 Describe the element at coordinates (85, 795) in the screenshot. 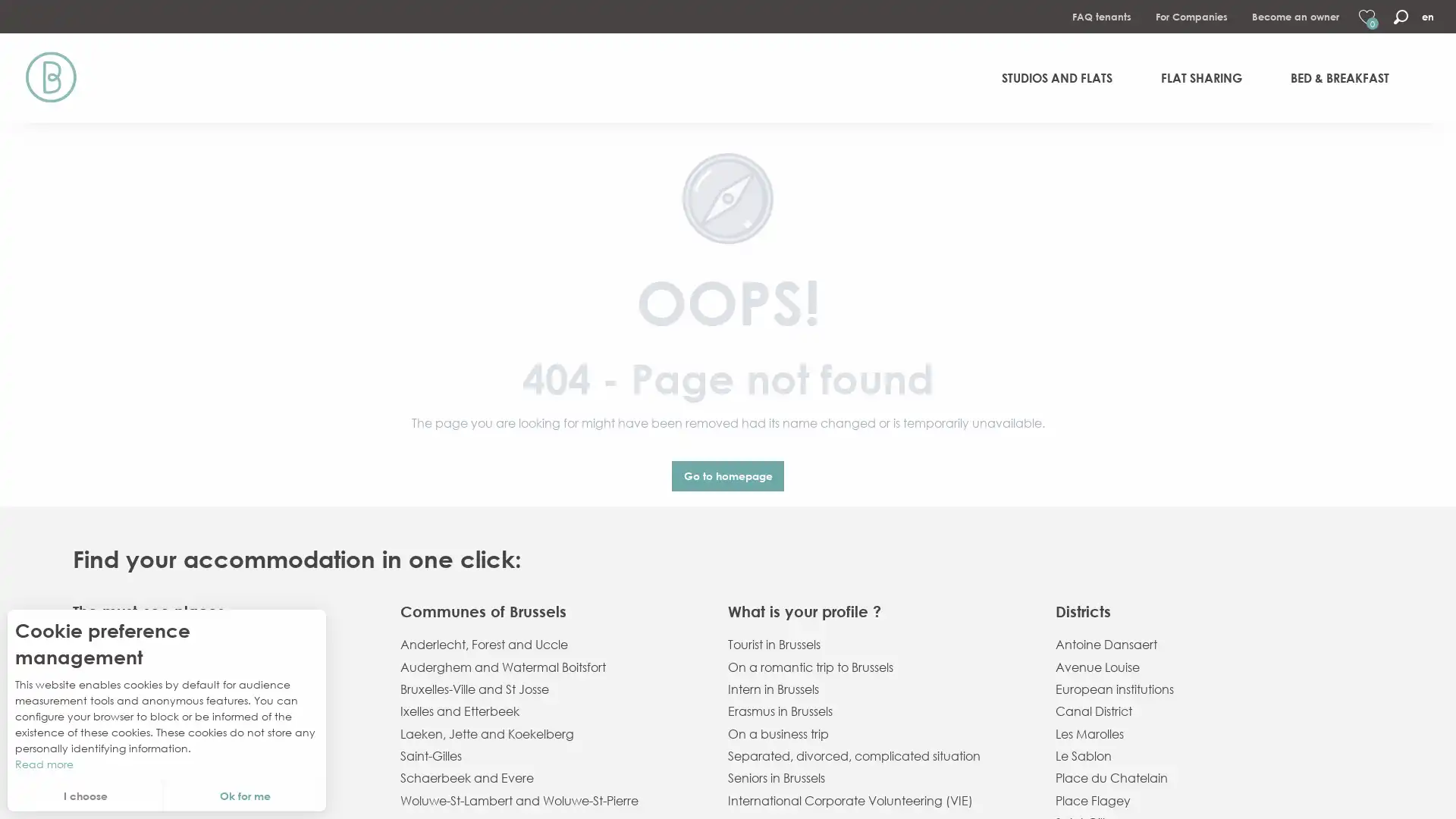

I see `customize cookies` at that location.